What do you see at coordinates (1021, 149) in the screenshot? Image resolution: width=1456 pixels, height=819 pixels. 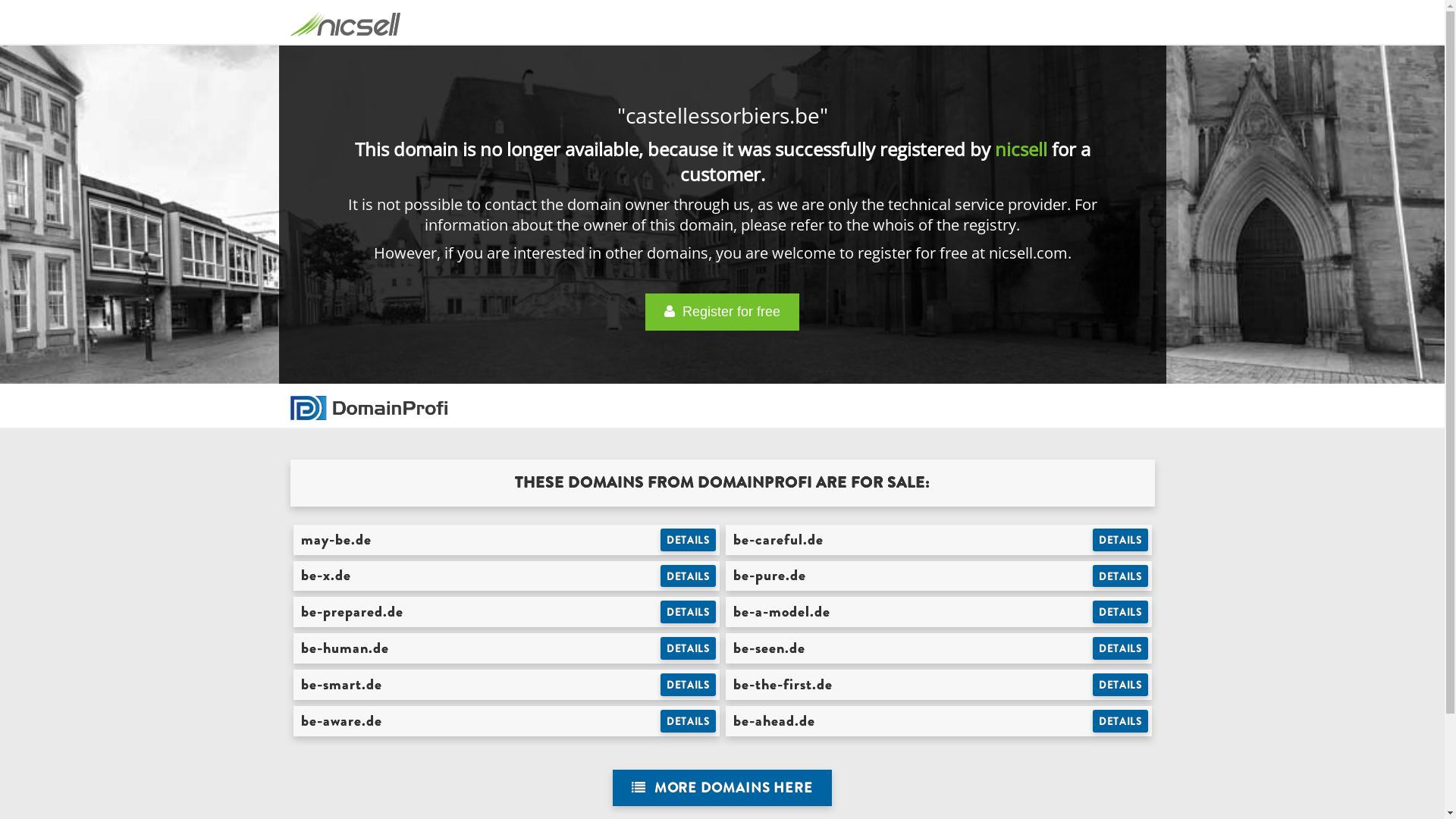 I see `'nicsell'` at bounding box center [1021, 149].